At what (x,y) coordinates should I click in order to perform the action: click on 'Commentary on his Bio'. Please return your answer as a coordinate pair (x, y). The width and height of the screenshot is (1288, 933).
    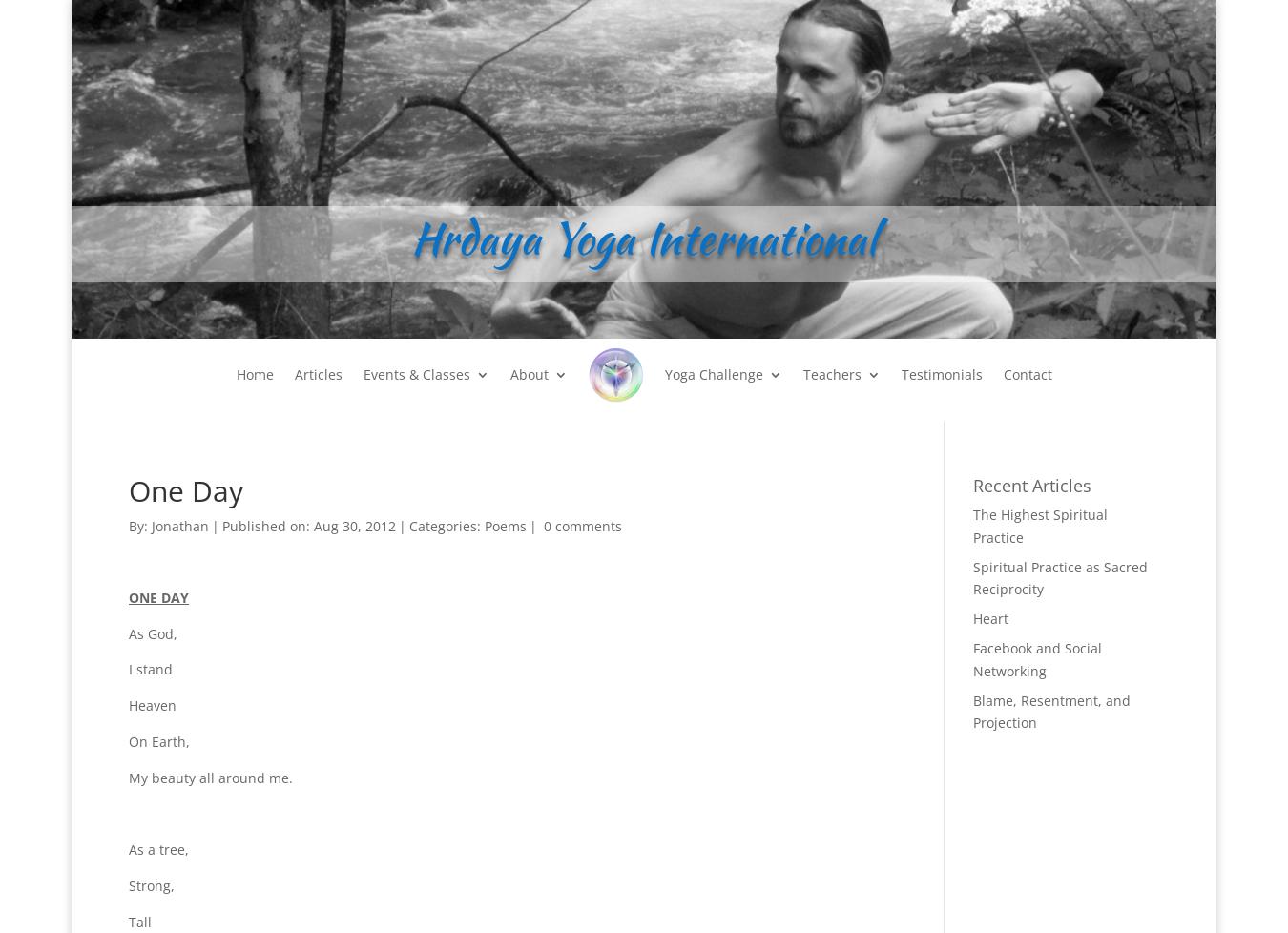
    Looking at the image, I should click on (1132, 449).